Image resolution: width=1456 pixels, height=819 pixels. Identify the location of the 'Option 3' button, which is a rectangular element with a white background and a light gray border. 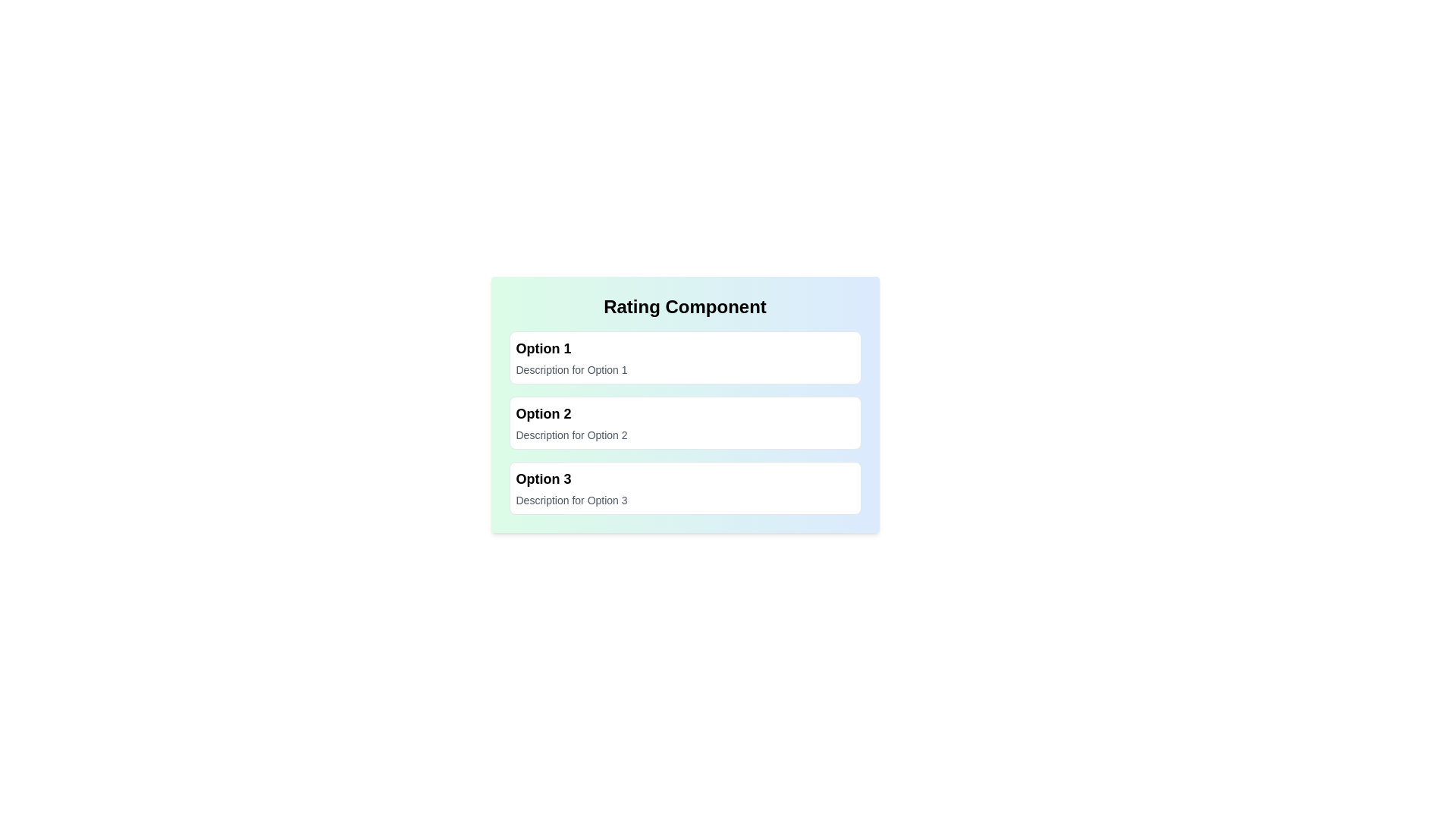
(684, 488).